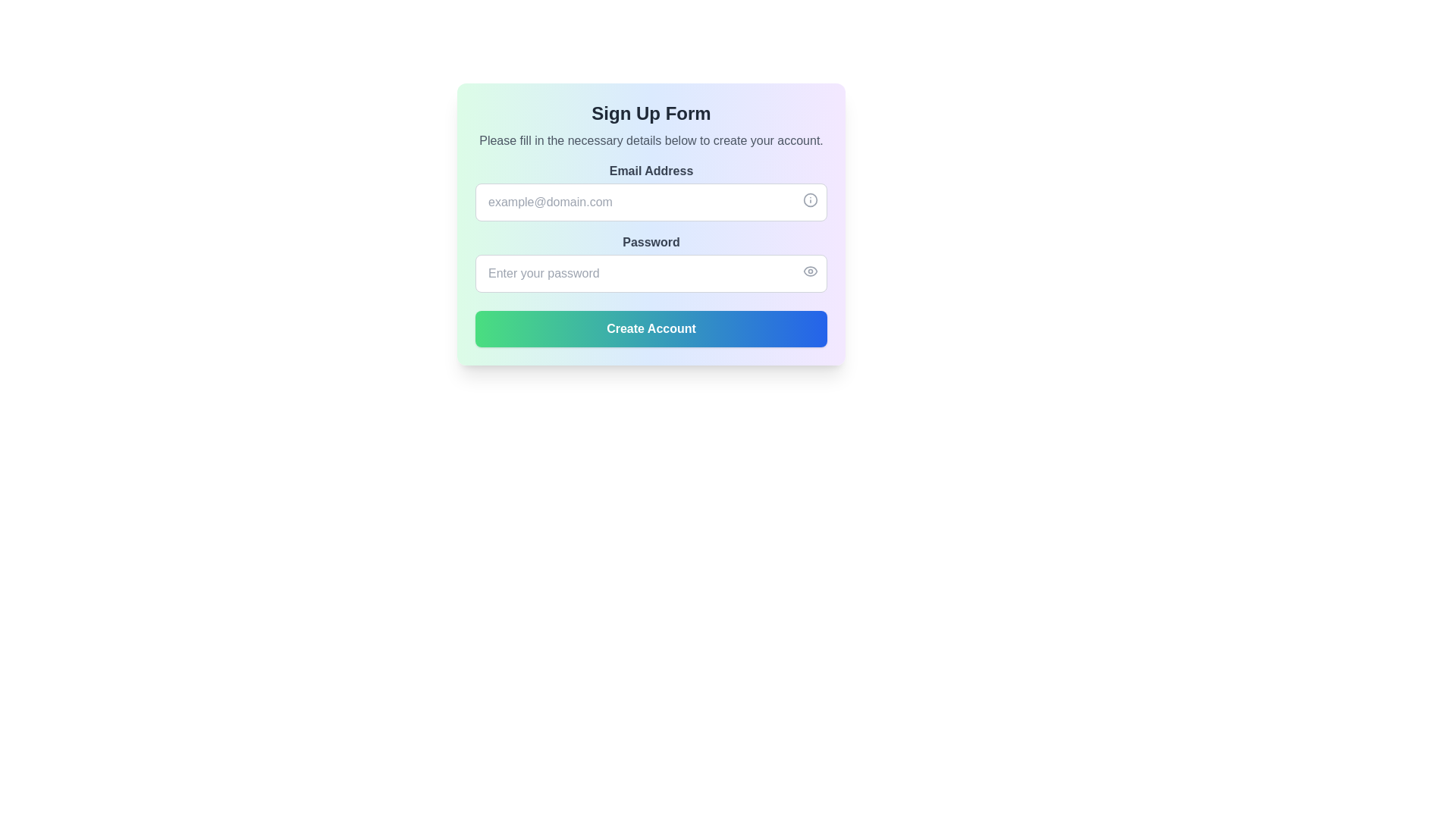 The image size is (1456, 819). What do you see at coordinates (651, 328) in the screenshot?
I see `the 'Submit' button located at the bottom of the 'Sign Up Form' section to observe hover effects` at bounding box center [651, 328].